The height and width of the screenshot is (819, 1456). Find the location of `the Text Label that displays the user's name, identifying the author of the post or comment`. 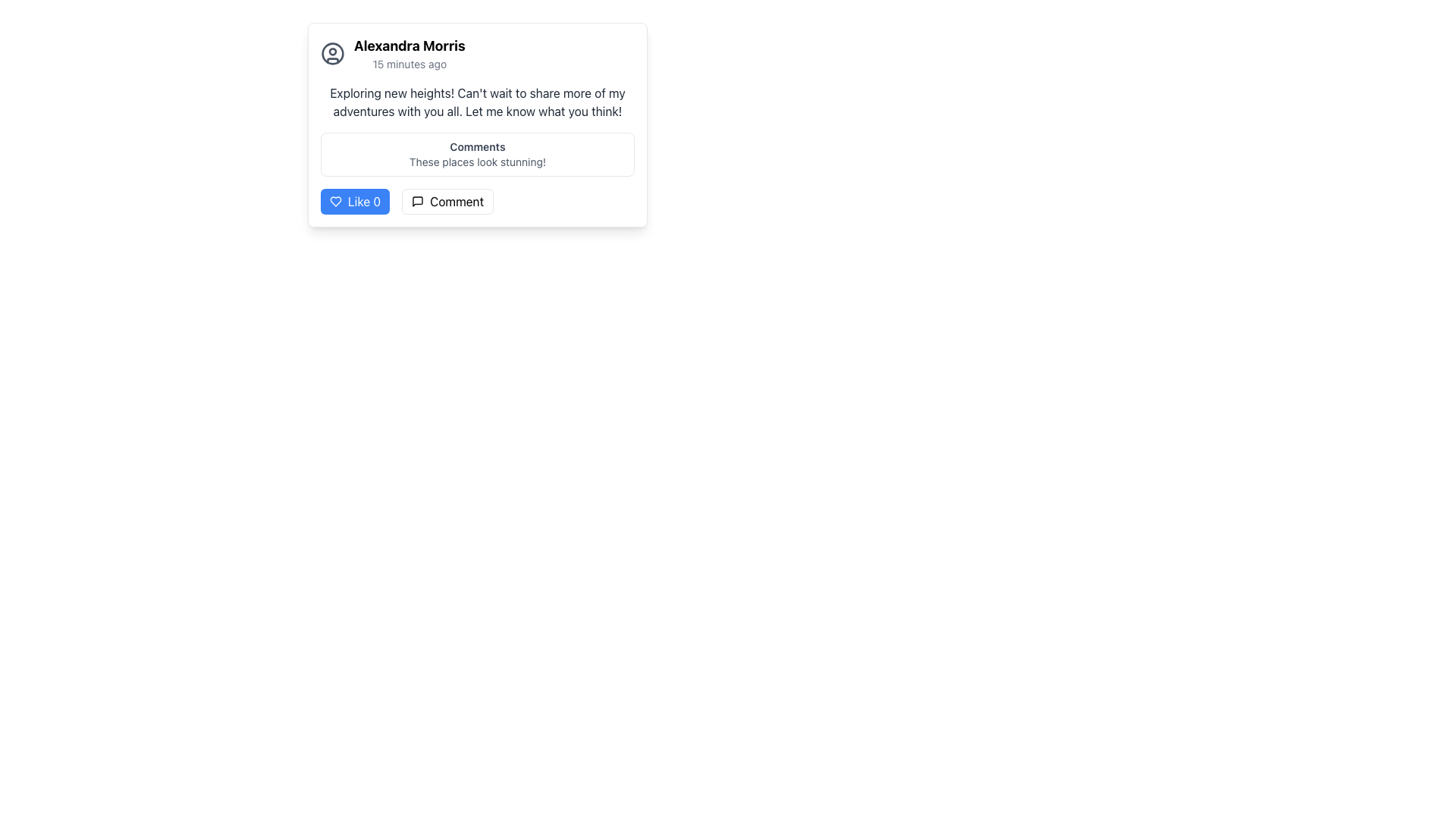

the Text Label that displays the user's name, identifying the author of the post or comment is located at coordinates (409, 45).